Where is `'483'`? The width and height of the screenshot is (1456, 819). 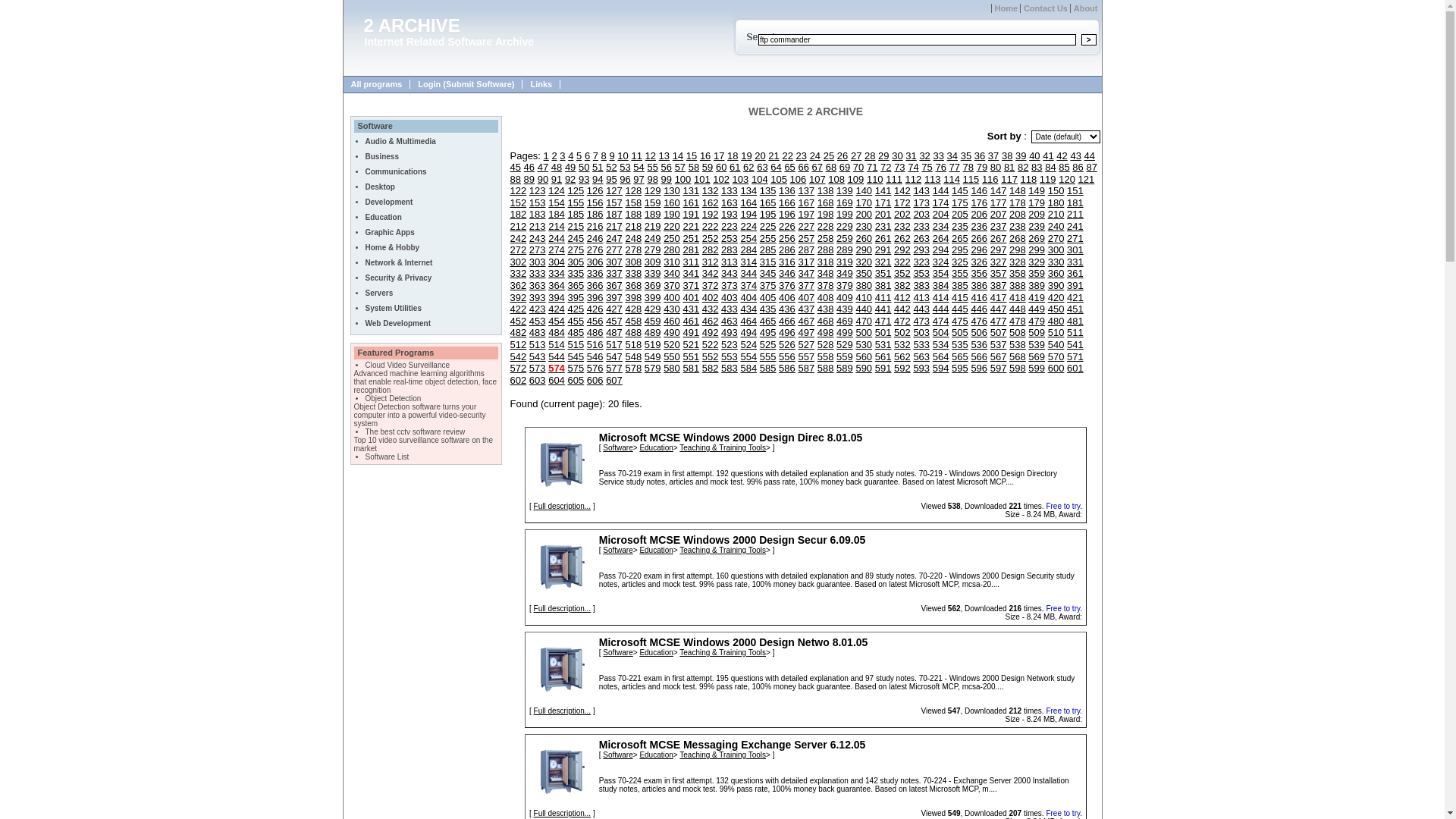 '483' is located at coordinates (538, 331).